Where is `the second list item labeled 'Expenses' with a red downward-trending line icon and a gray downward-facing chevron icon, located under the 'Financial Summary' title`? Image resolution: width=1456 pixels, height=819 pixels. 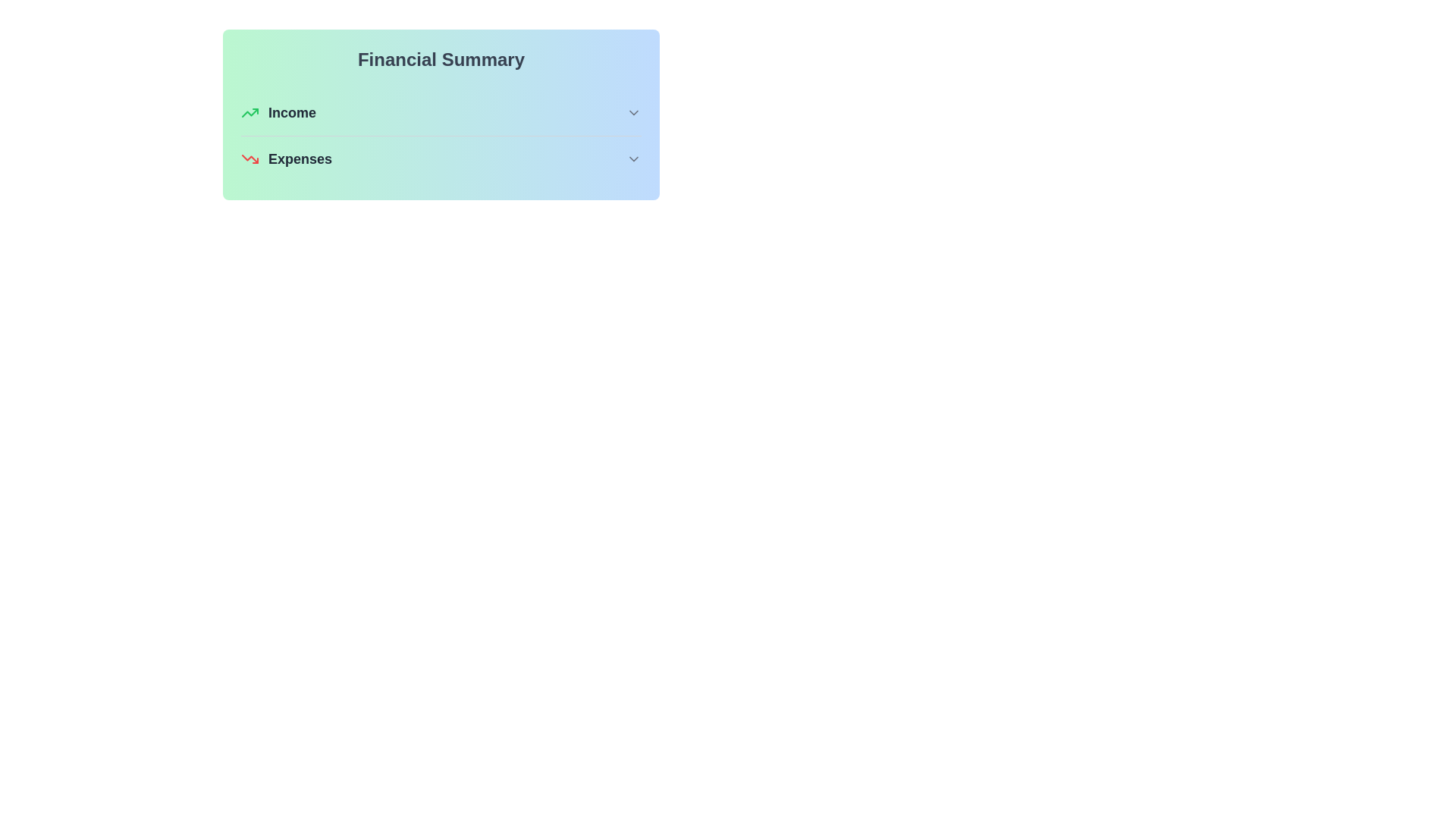
the second list item labeled 'Expenses' with a red downward-trending line icon and a gray downward-facing chevron icon, located under the 'Financial Summary' title is located at coordinates (440, 158).